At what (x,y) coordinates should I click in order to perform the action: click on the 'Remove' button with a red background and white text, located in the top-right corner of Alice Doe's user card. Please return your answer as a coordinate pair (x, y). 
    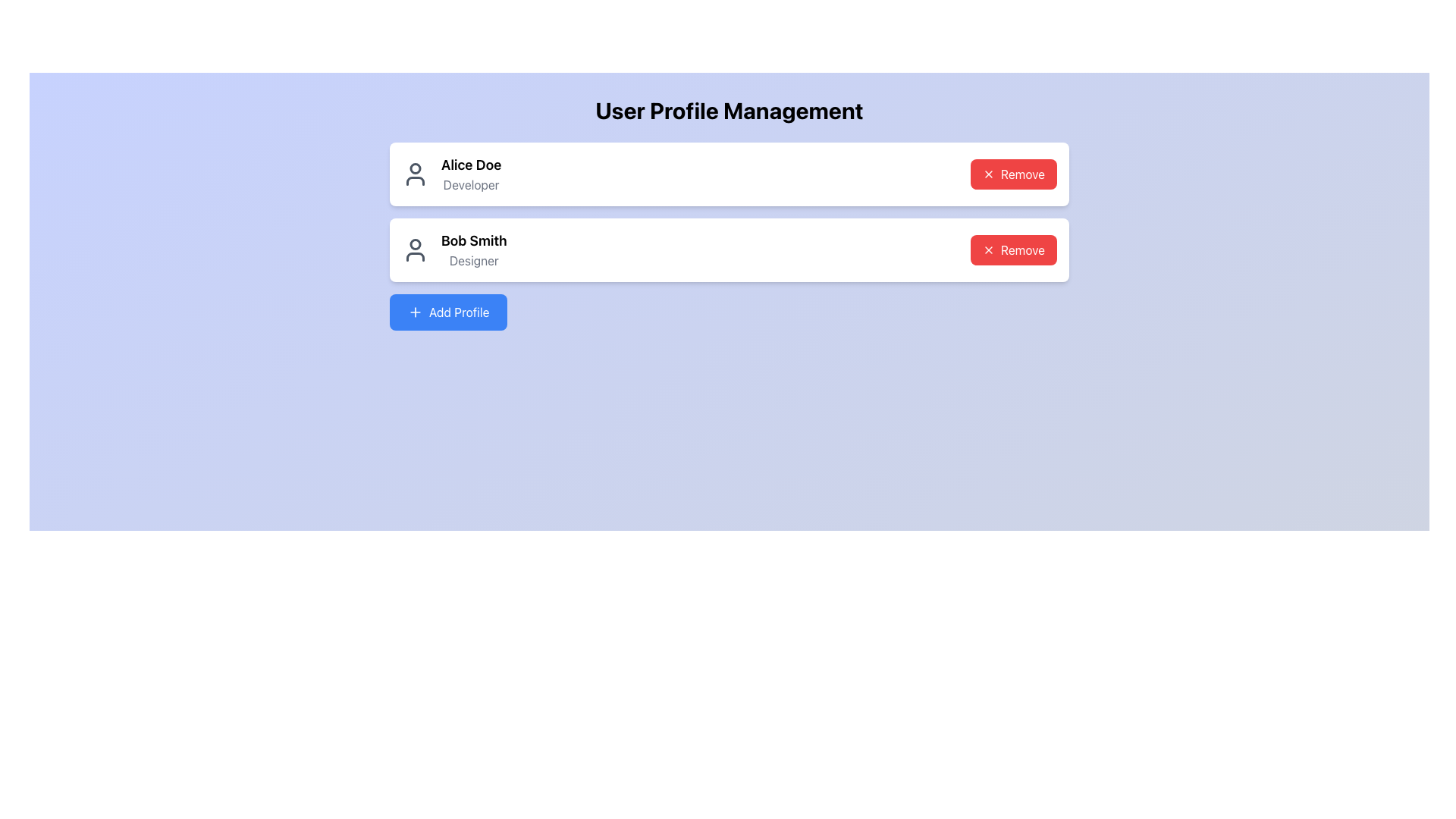
    Looking at the image, I should click on (1013, 174).